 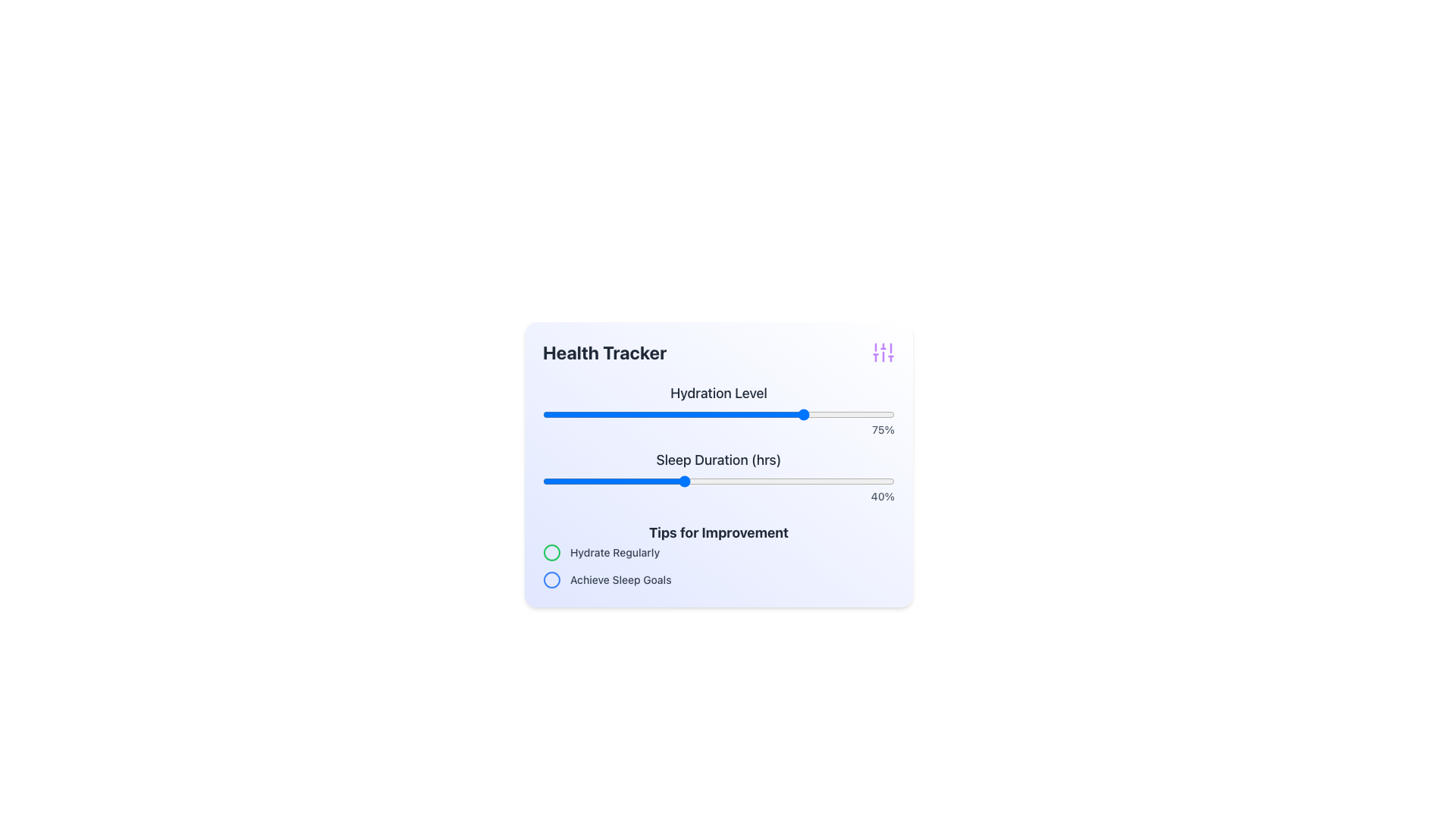 What do you see at coordinates (676, 482) in the screenshot?
I see `the sleep duration slider` at bounding box center [676, 482].